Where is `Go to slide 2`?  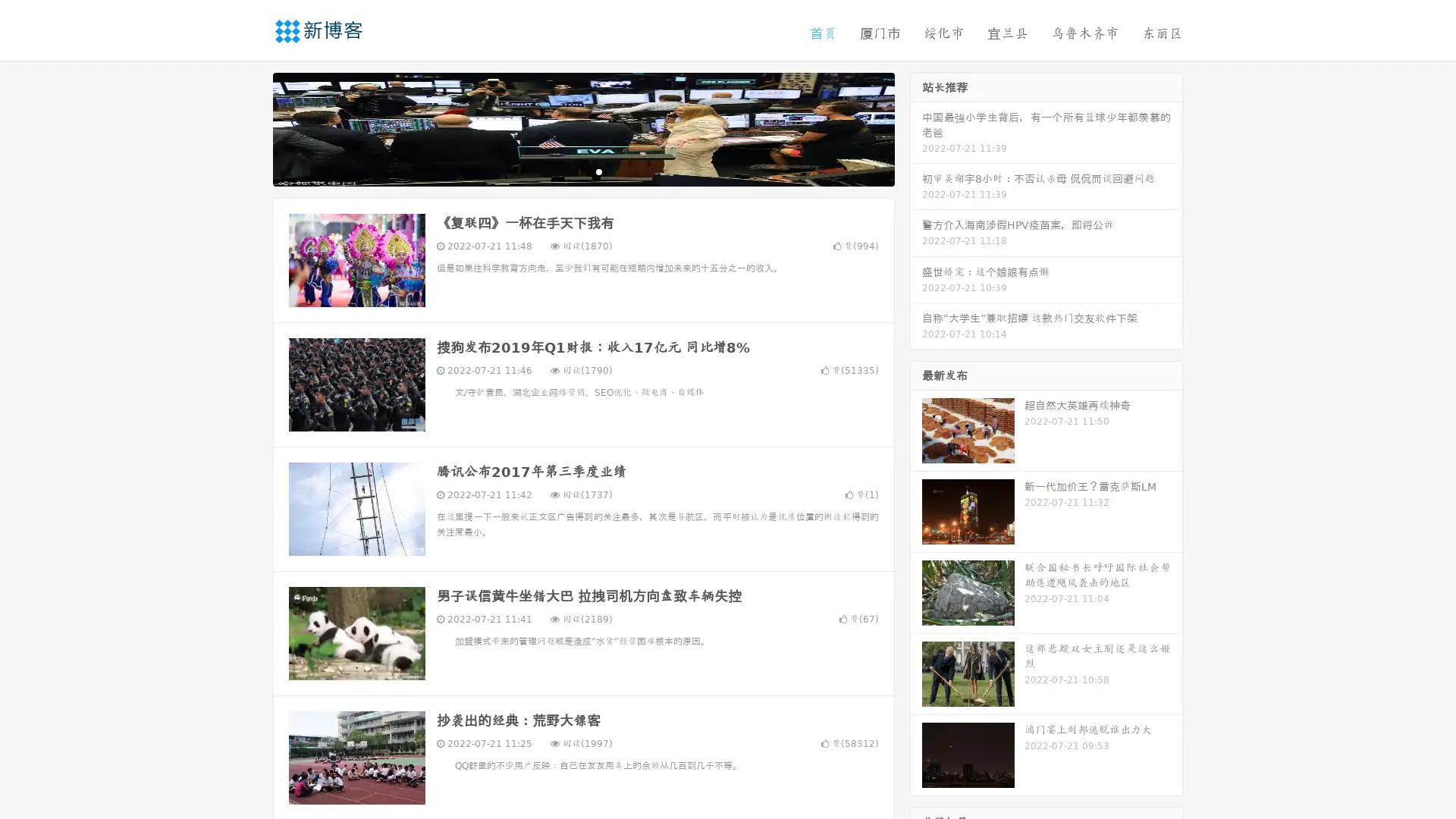
Go to slide 2 is located at coordinates (582, 171).